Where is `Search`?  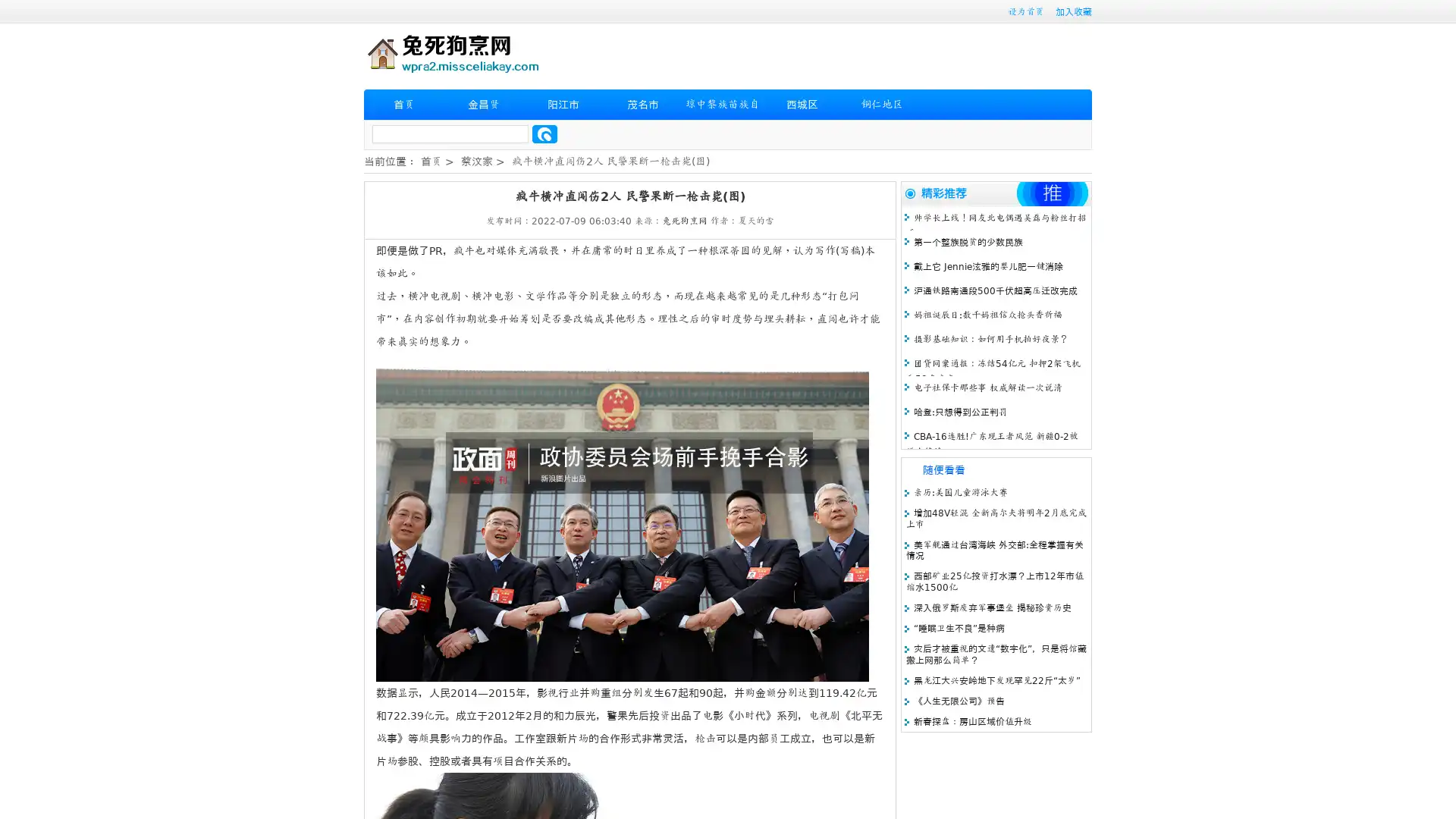 Search is located at coordinates (544, 133).